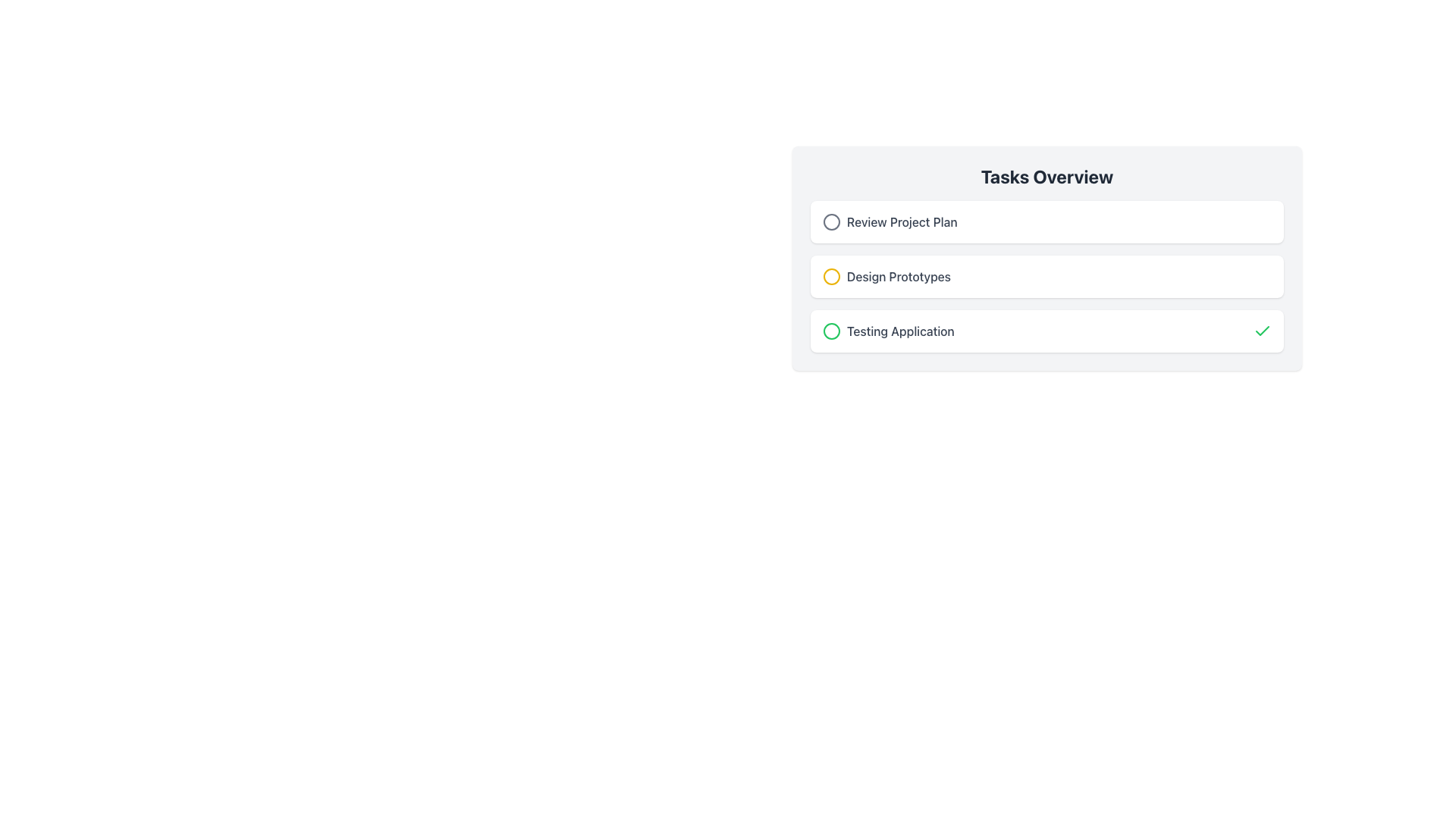  Describe the element at coordinates (886, 277) in the screenshot. I see `the selectable task item labeled 'Design Prototypes' in the 'Tasks Overview' list` at that location.